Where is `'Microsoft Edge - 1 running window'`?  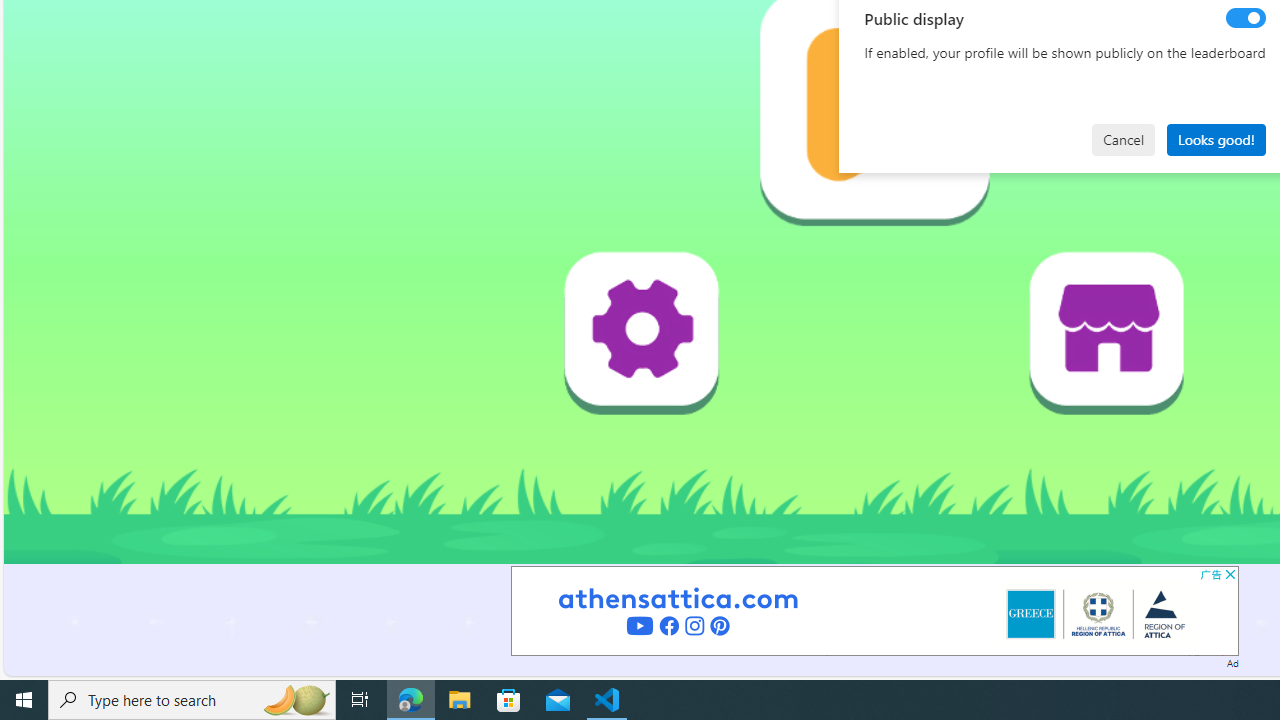
'Microsoft Edge - 1 running window' is located at coordinates (410, 698).